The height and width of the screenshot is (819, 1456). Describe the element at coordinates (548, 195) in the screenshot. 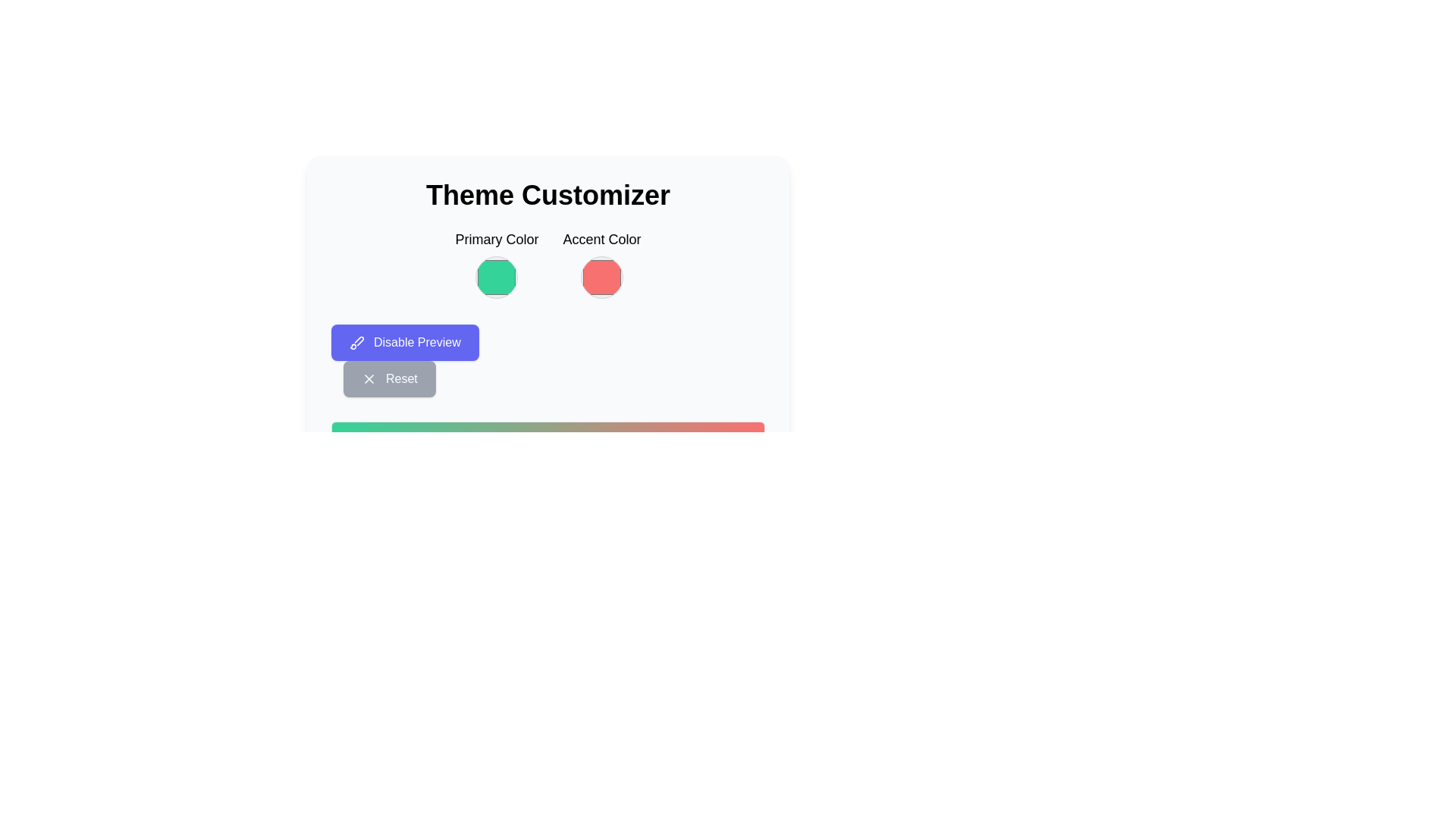

I see `the 'Theme Customizer' text label, which is a bold, large header prominently displayed at the top center of the interface` at that location.